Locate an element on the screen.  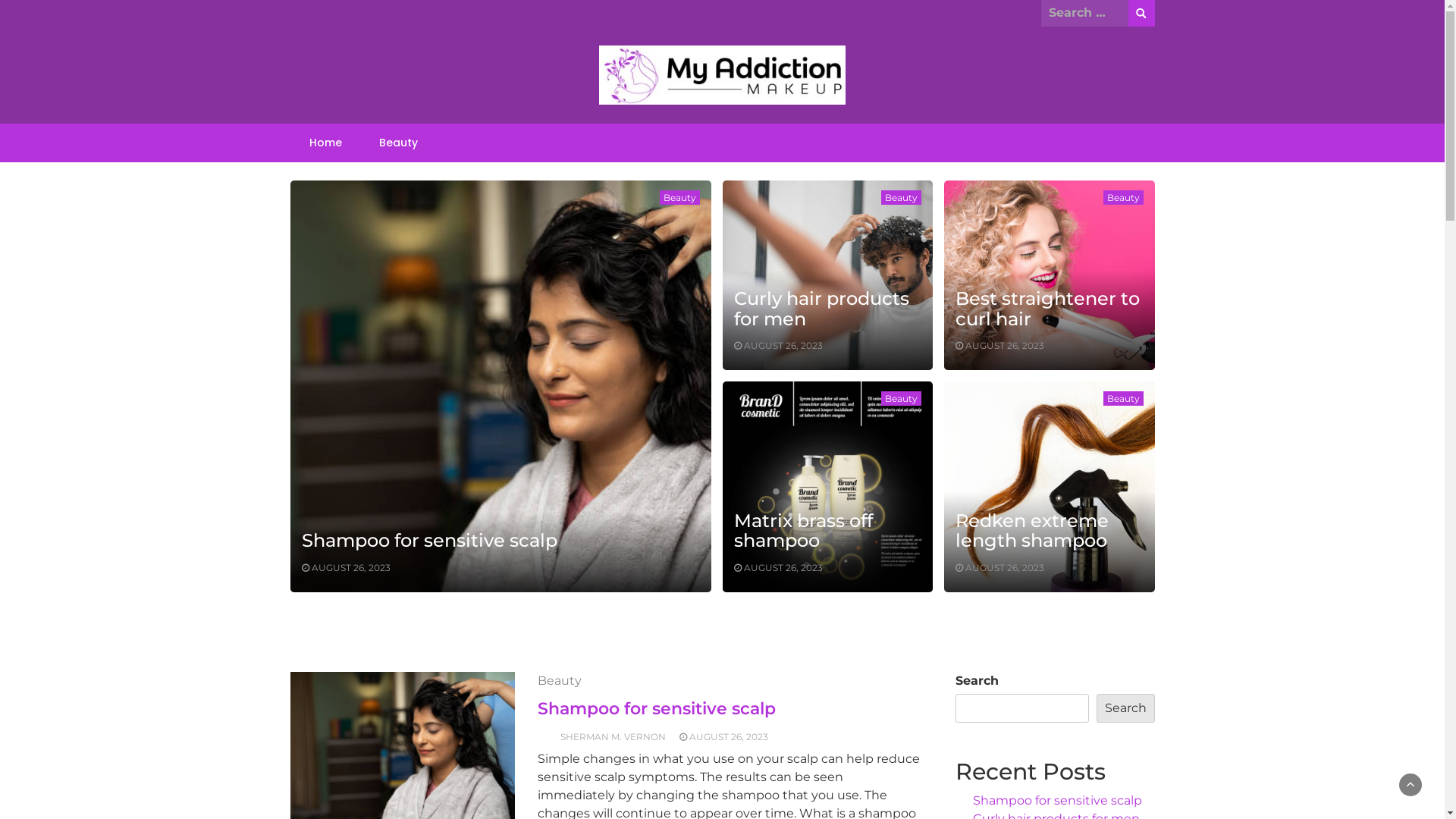
'Home' is located at coordinates (325, 143).